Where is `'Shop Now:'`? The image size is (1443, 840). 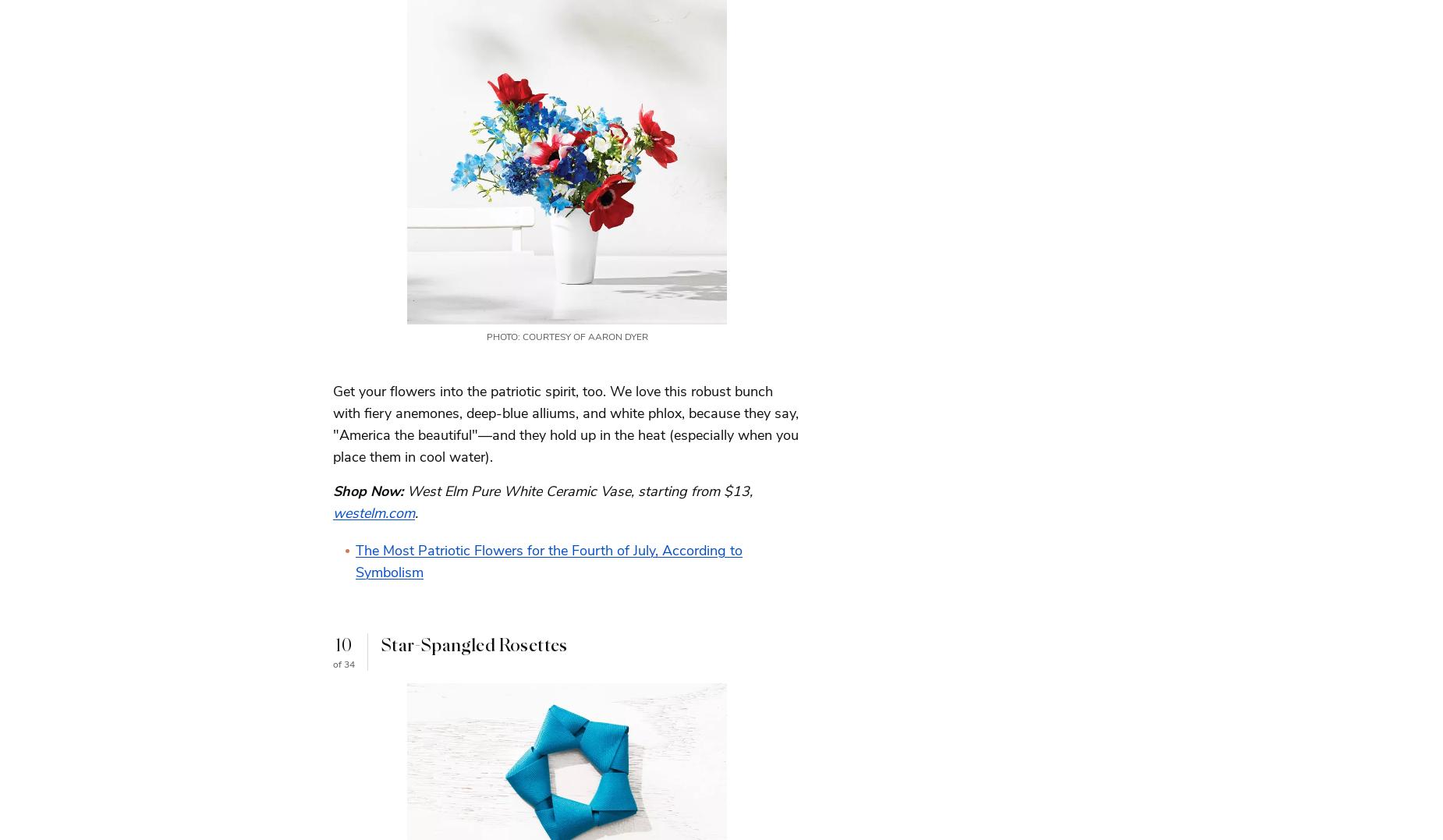
'Shop Now:' is located at coordinates (331, 490).